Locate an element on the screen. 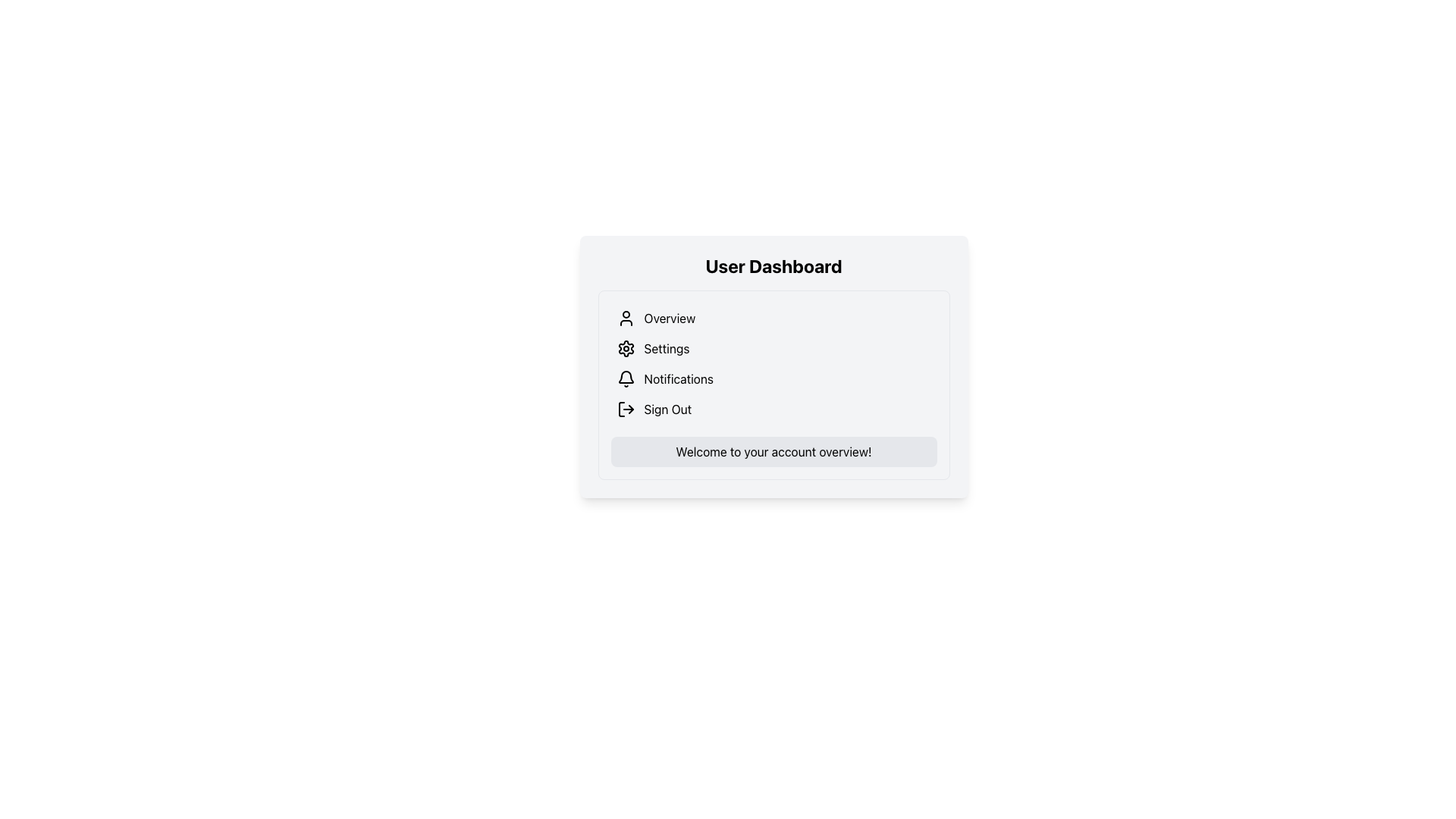 The width and height of the screenshot is (1456, 819). the Overview Icon located at the left edge of the Overview row in the User Dashboard, preceding the text 'Overview' is located at coordinates (626, 318).